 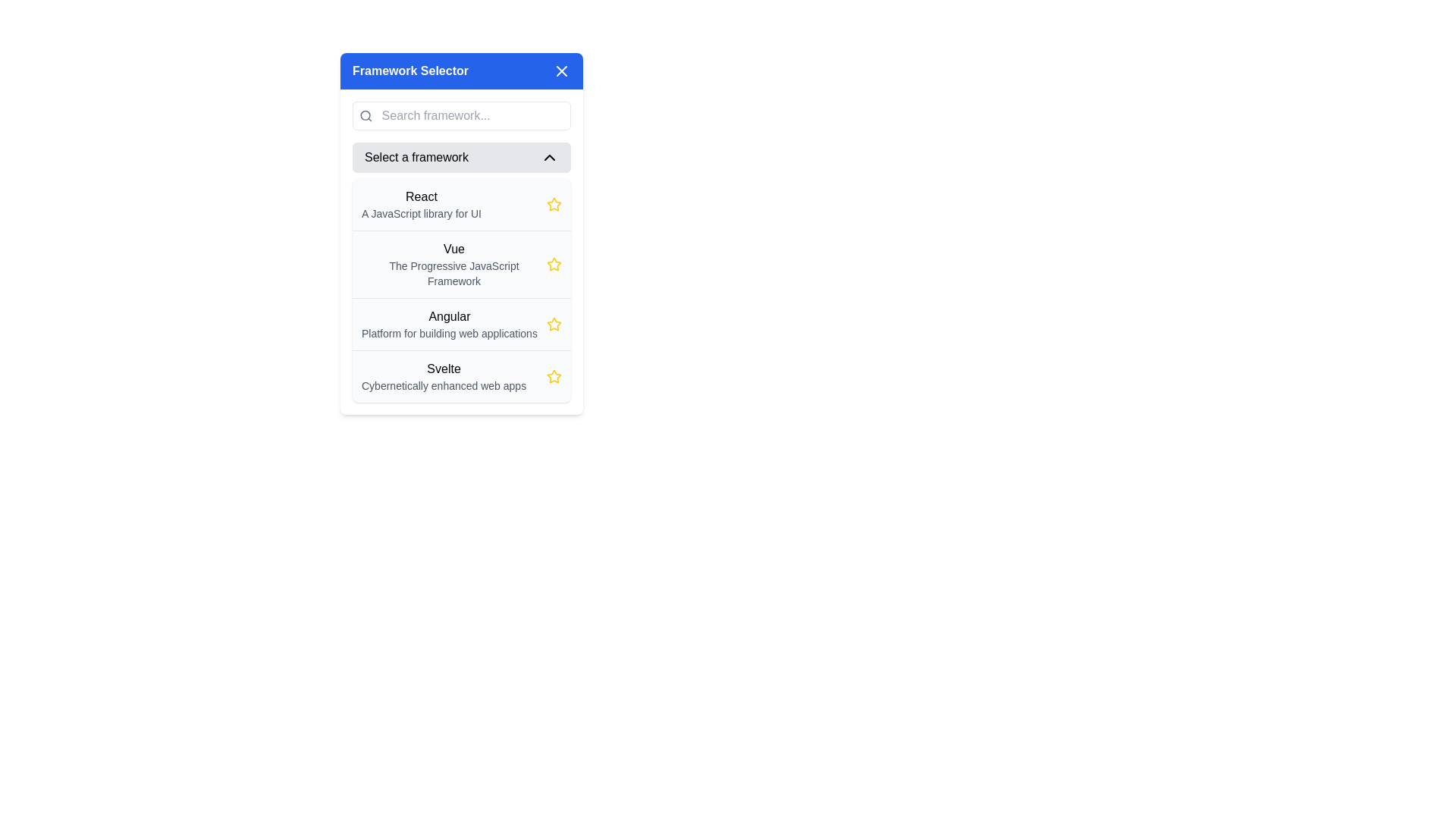 What do you see at coordinates (553, 263) in the screenshot?
I see `the star icon indicating the favorite status for the 'Vue' framework entry, located to the far right of the list entry` at bounding box center [553, 263].